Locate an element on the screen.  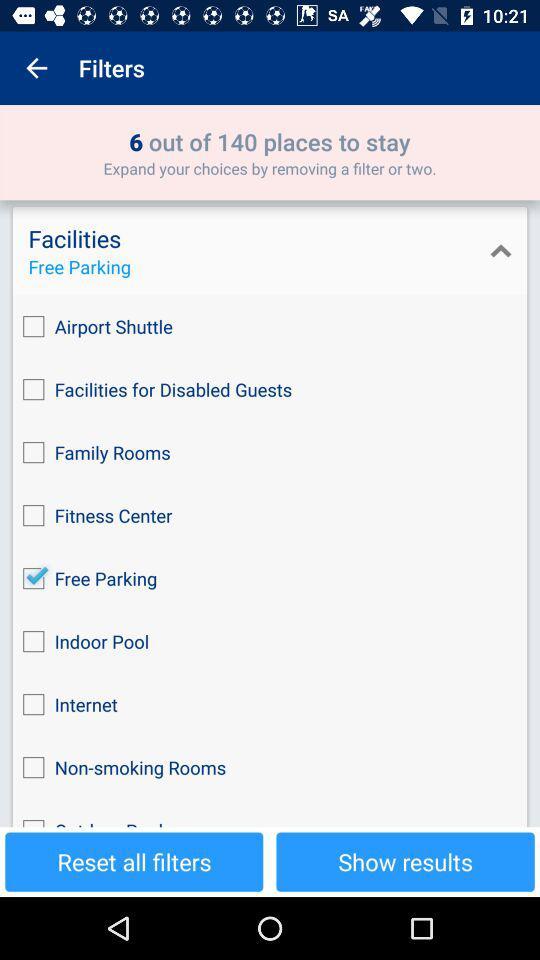
internet is located at coordinates (270, 704).